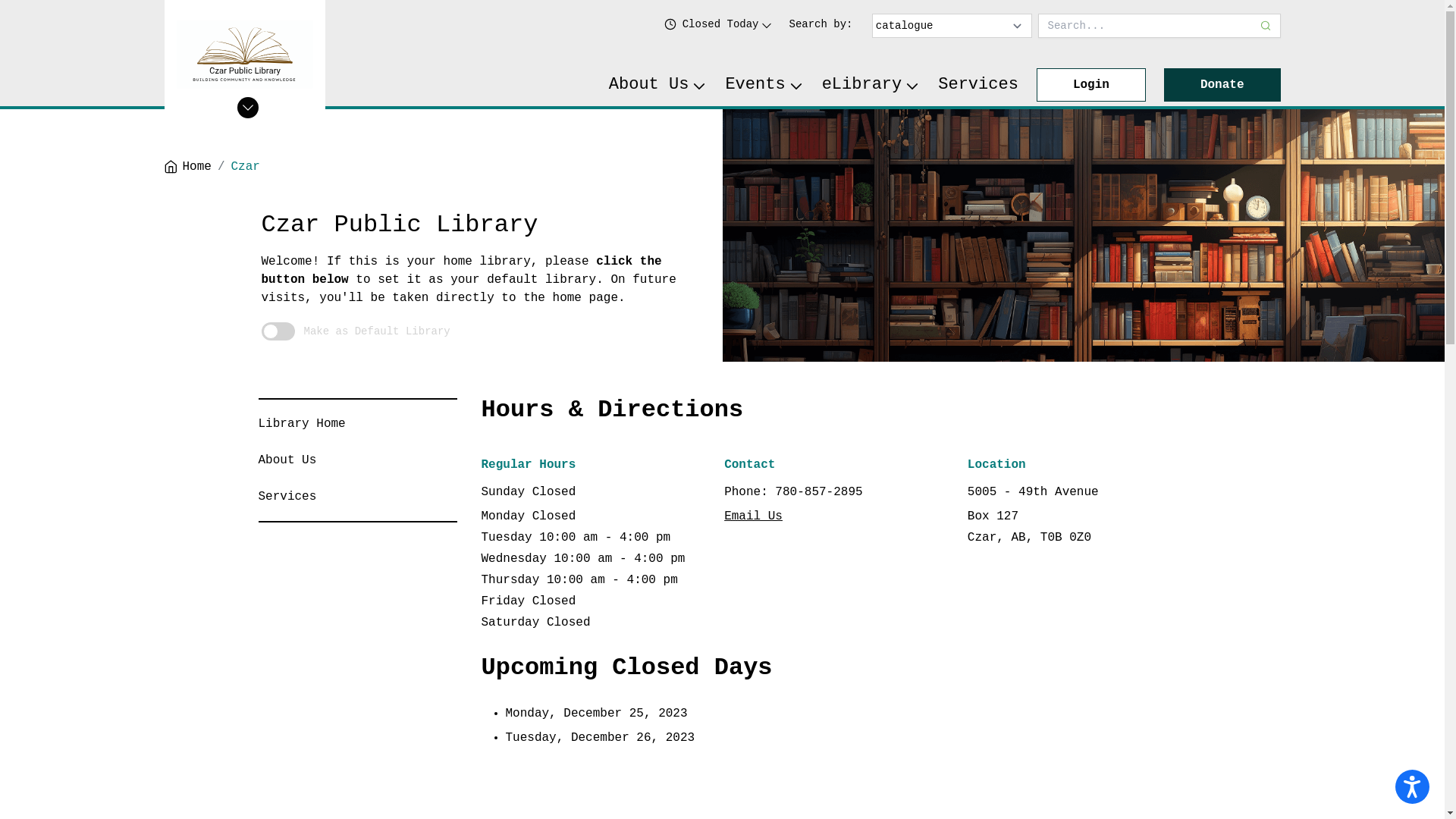  What do you see at coordinates (1222, 84) in the screenshot?
I see `'Donate'` at bounding box center [1222, 84].